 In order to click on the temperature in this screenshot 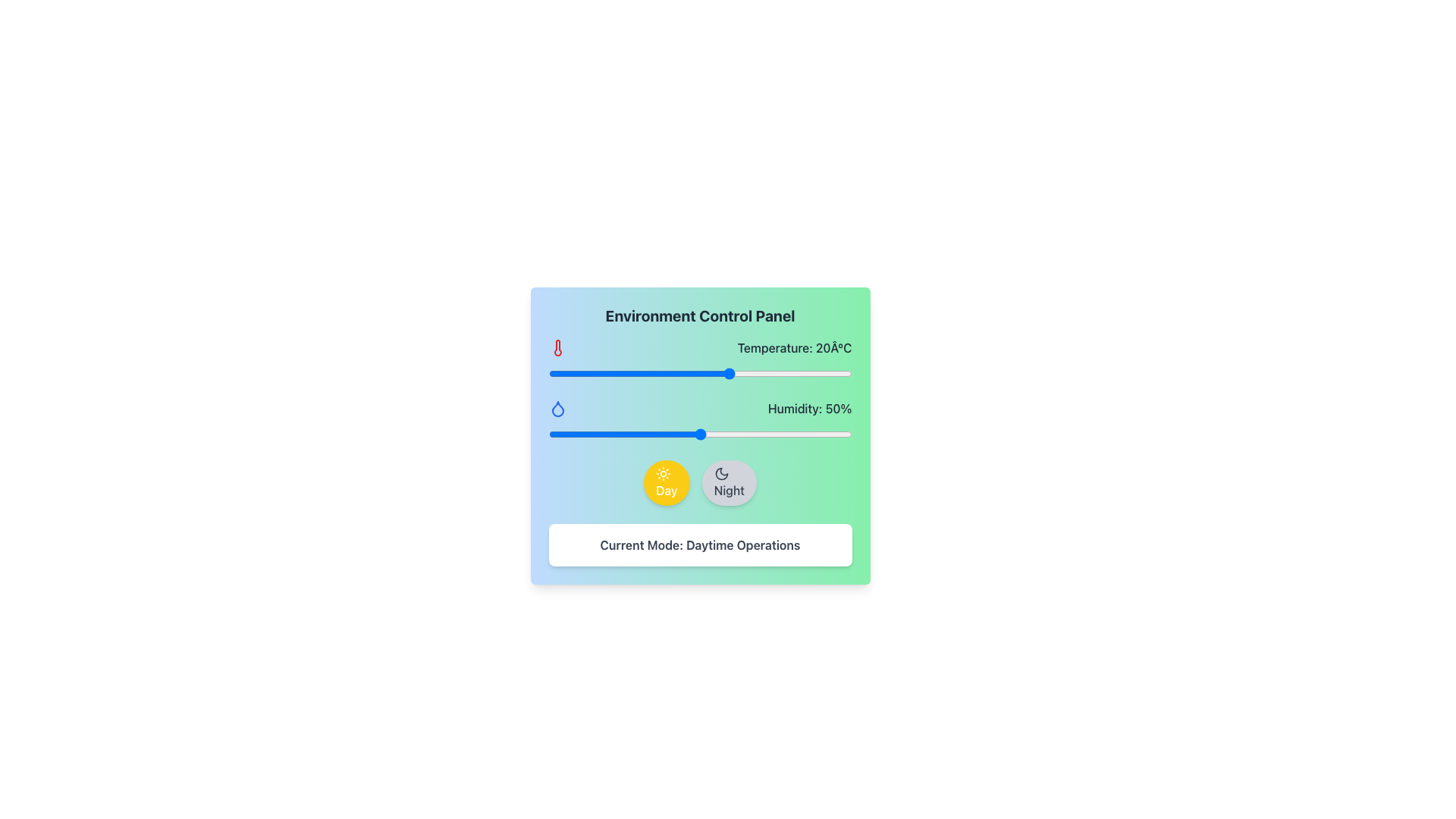, I will do `click(657, 374)`.